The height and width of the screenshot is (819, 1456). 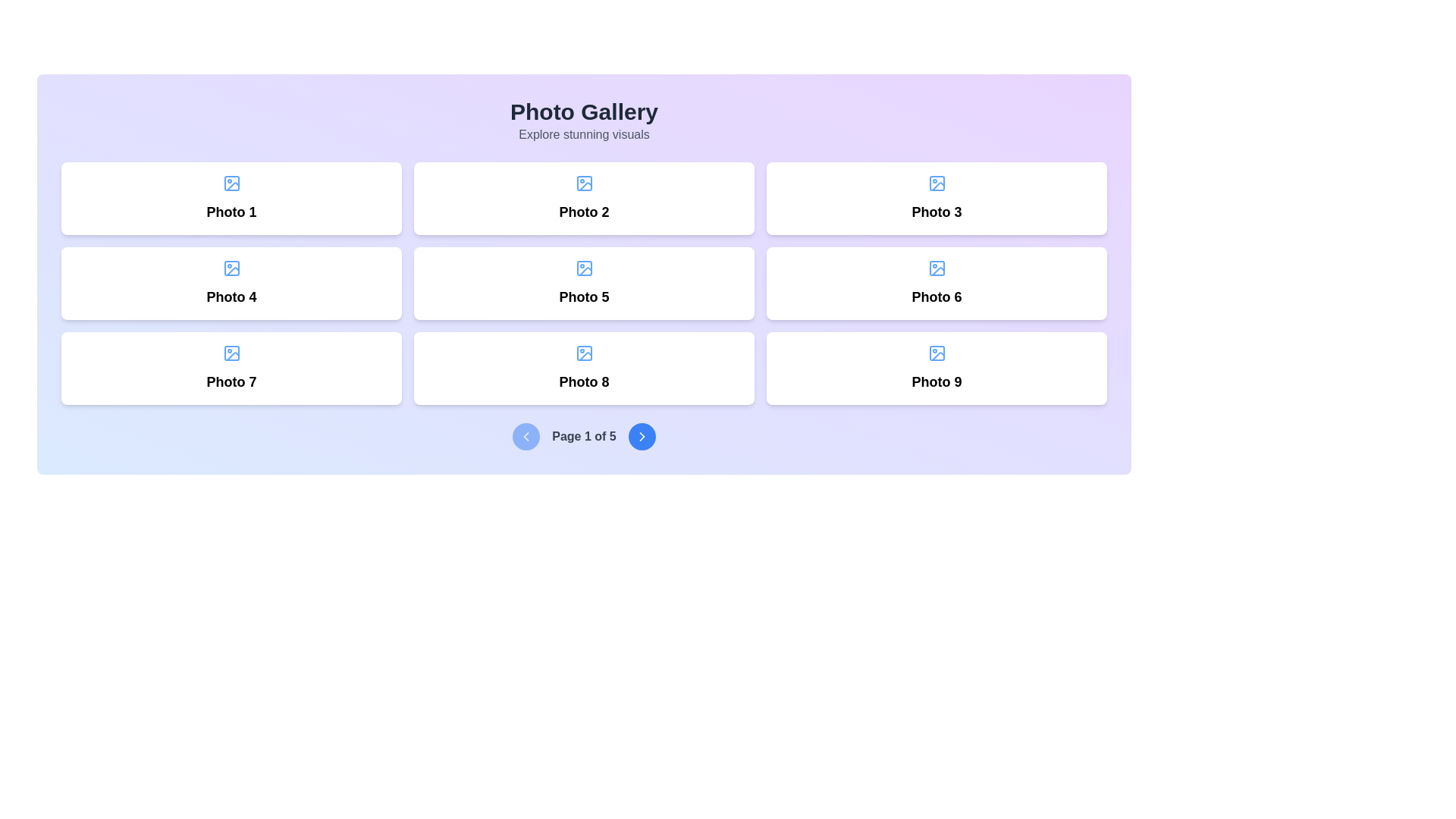 What do you see at coordinates (936, 369) in the screenshot?
I see `the clickable card element representing 'Photo 9' in the bottom-right corner of the 3x3 grid layout` at bounding box center [936, 369].